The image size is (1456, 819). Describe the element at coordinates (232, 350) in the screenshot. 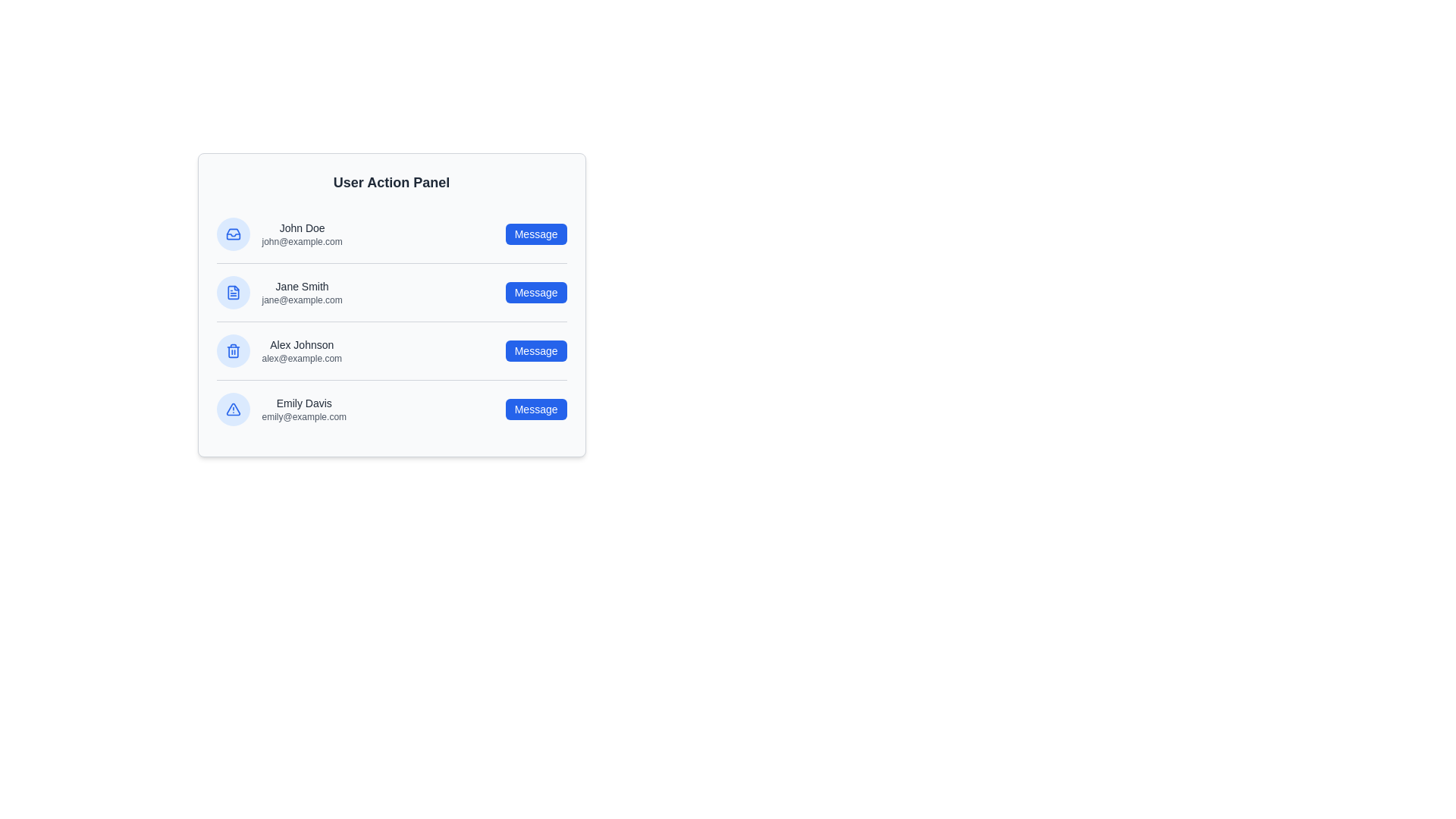

I see `the profile icon of Alex Johnson` at that location.